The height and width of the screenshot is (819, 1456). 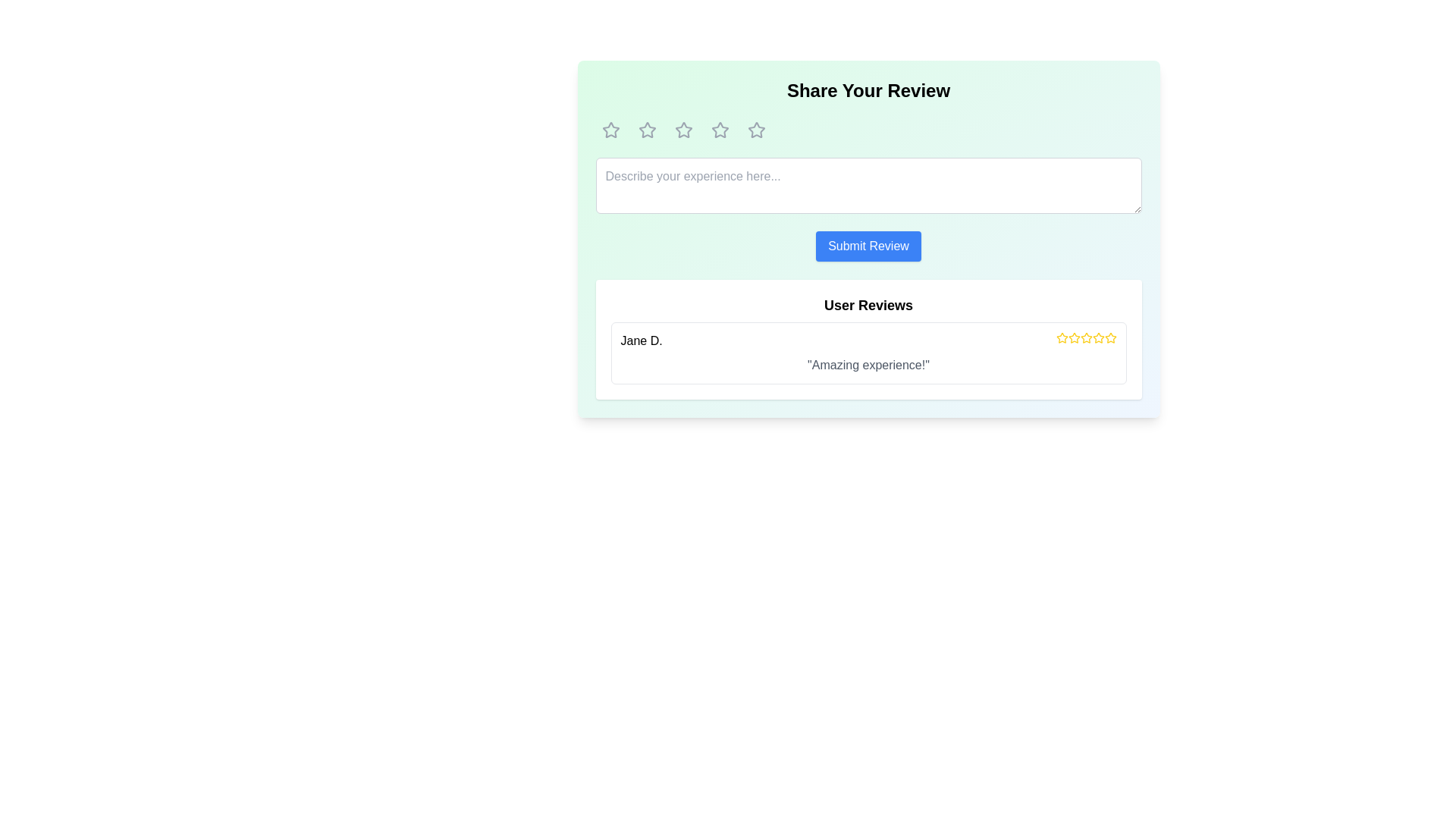 What do you see at coordinates (673, 130) in the screenshot?
I see `the rating` at bounding box center [673, 130].